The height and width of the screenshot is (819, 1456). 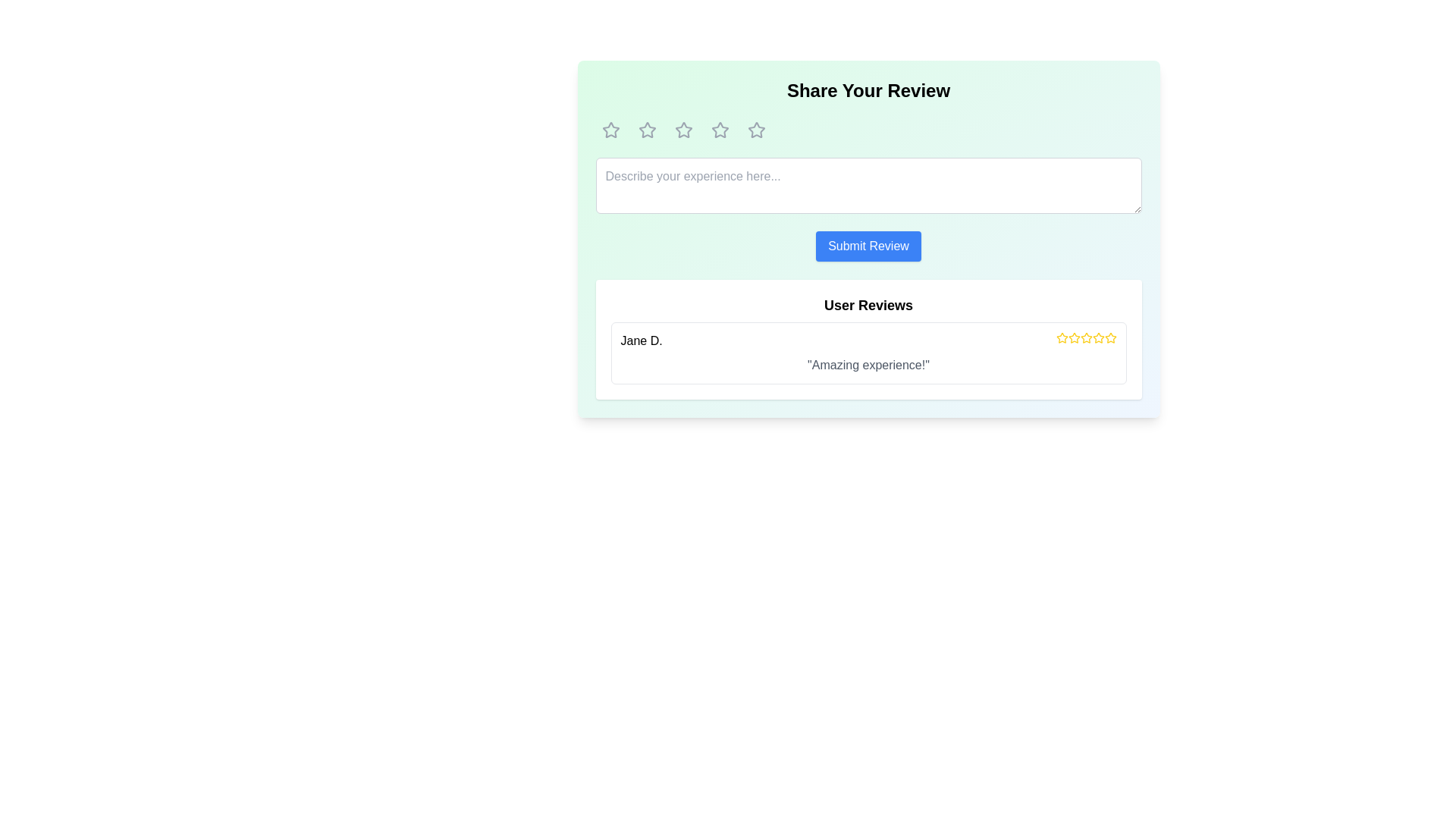 What do you see at coordinates (673, 130) in the screenshot?
I see `the rating` at bounding box center [673, 130].